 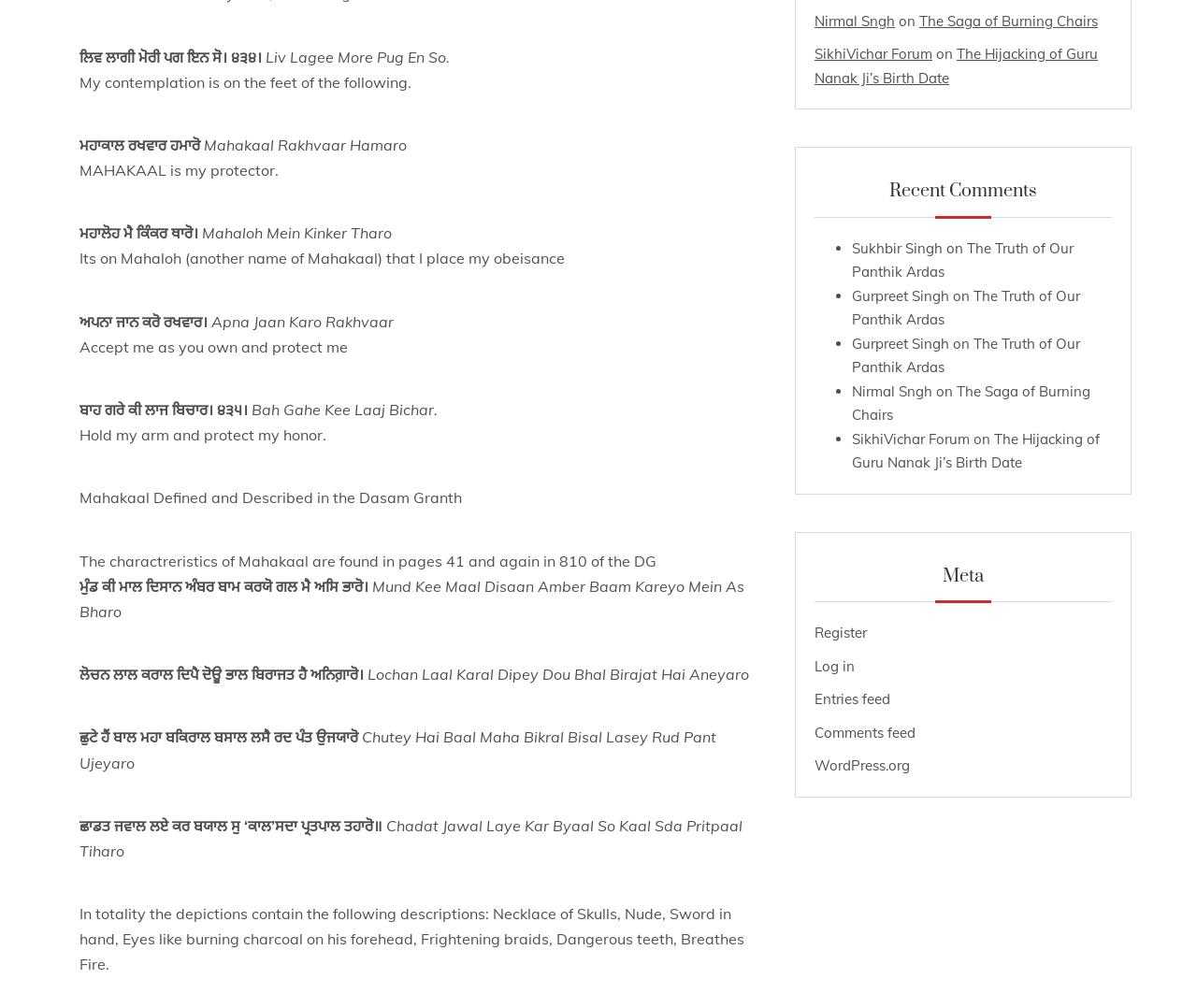 I want to click on 'Lochan Laal Karal Dipey Dou Bhal Birajat Hai Aneyaro', so click(x=556, y=672).